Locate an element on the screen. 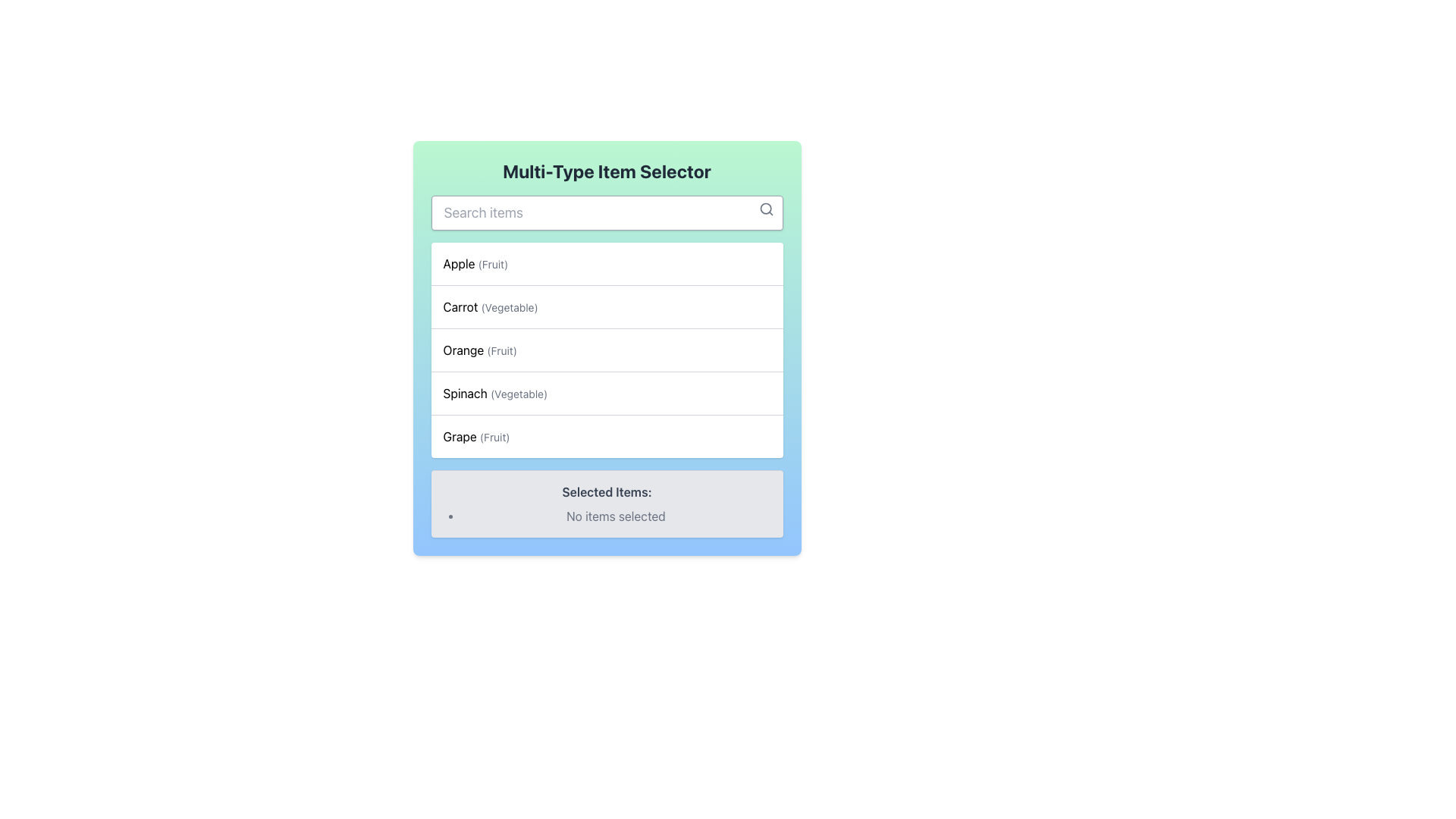 This screenshot has height=819, width=1456. the second list item in the 'Multi-Type Item Selector' that represents an informational entry between 'Apple (Fruit)' and 'Orange (Fruit)' is located at coordinates (491, 307).